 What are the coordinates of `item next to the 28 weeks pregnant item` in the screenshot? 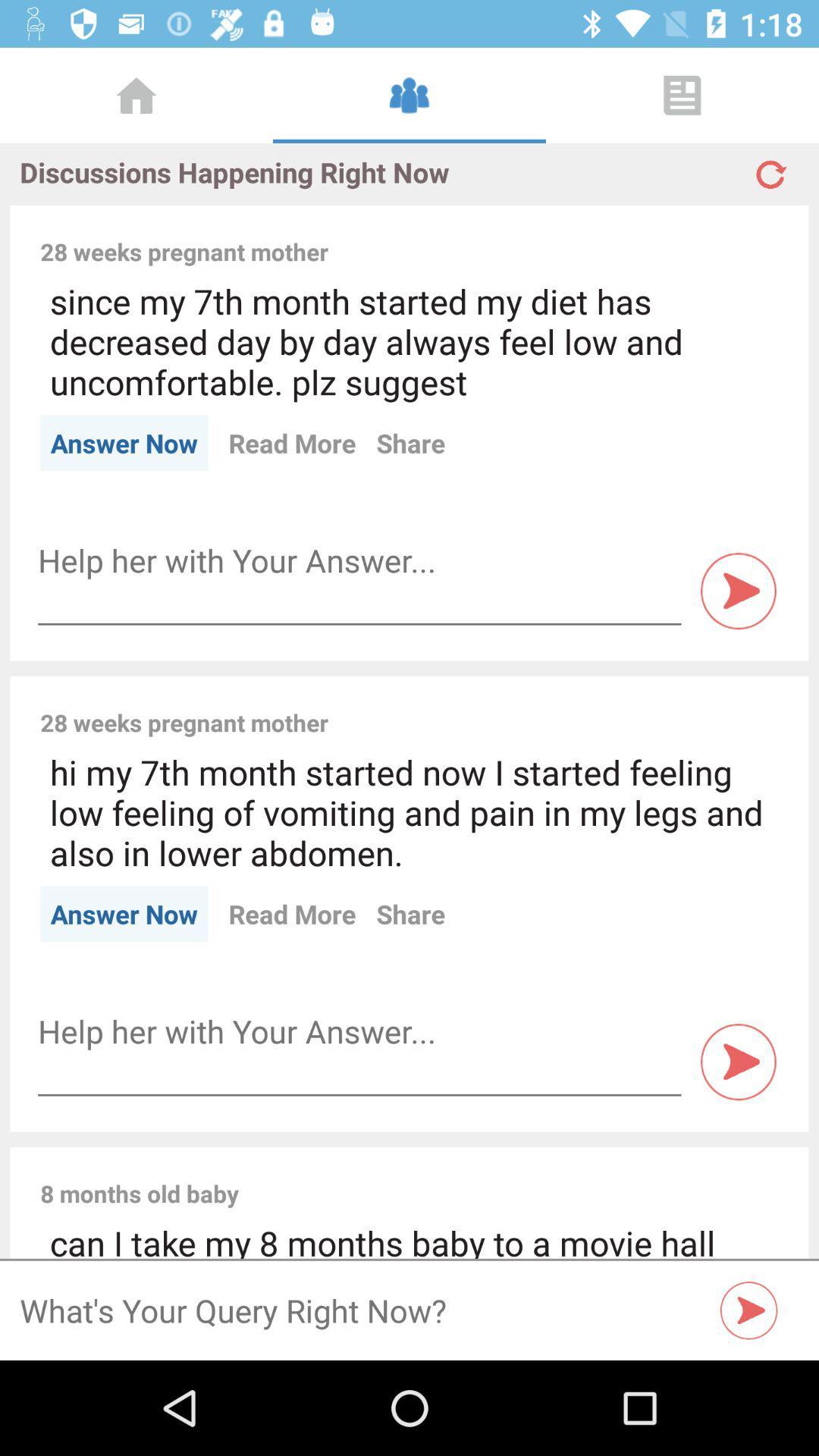 It's located at (563, 234).